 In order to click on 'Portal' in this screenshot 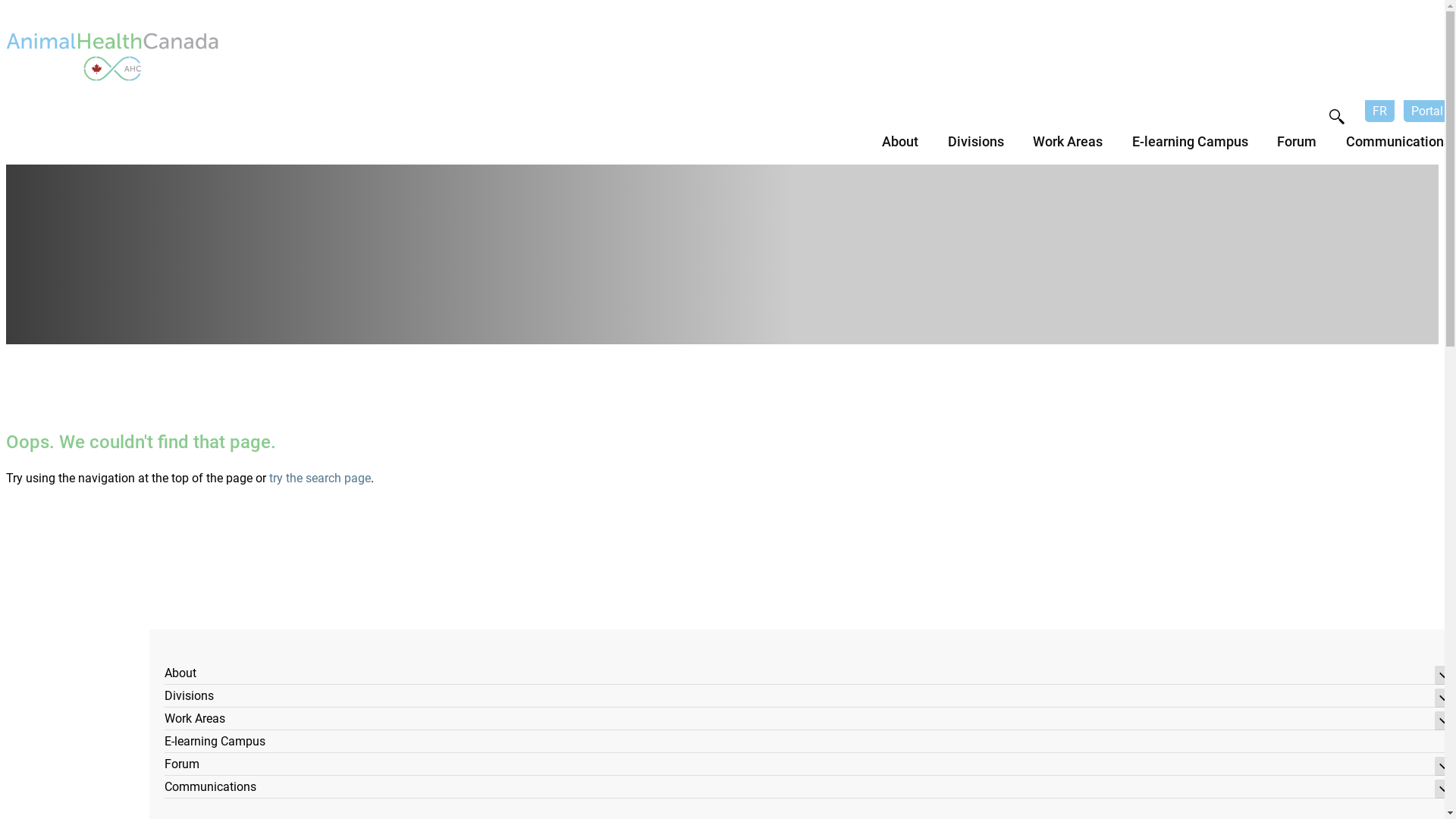, I will do `click(1426, 110)`.